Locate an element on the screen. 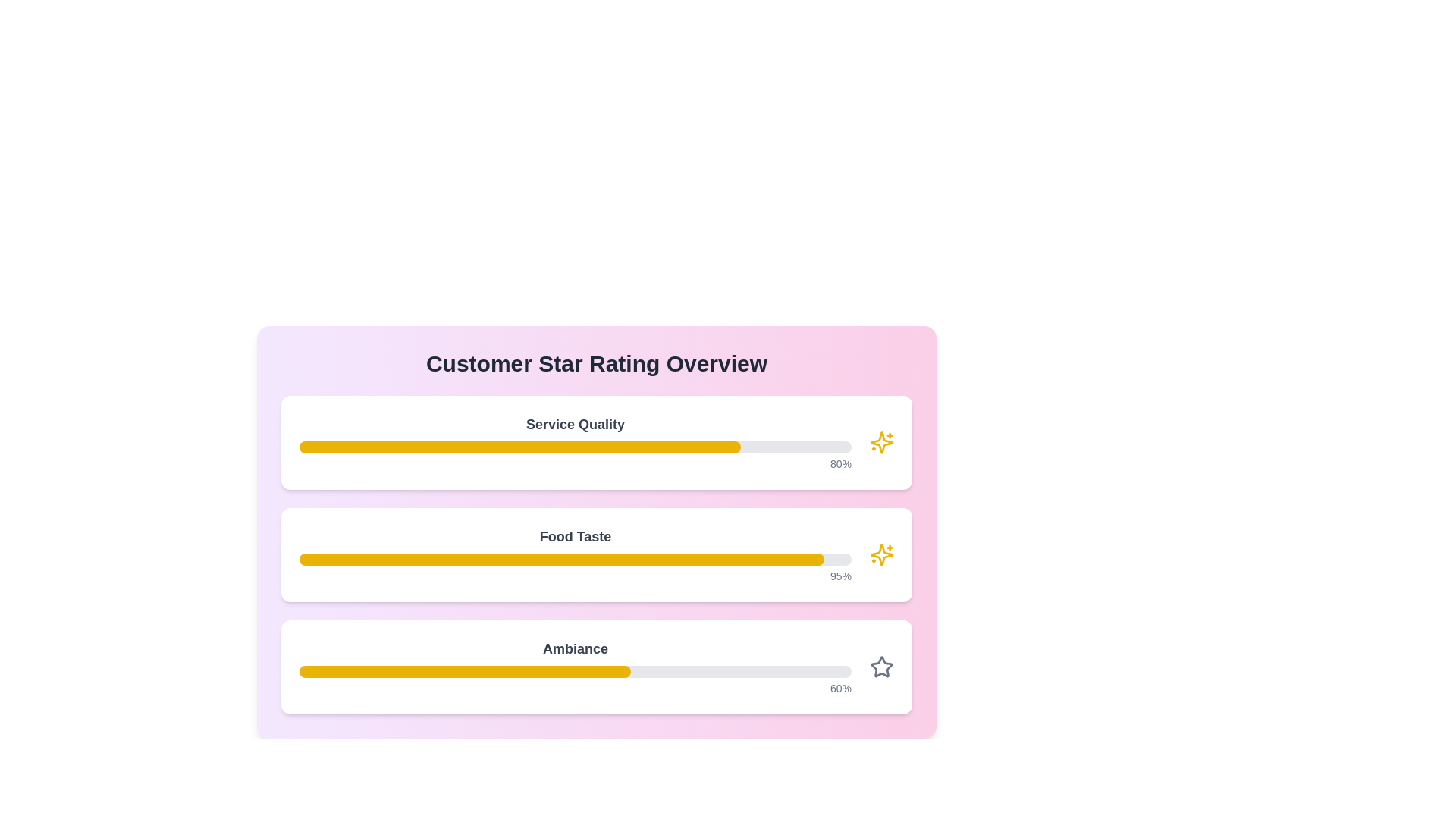 The width and height of the screenshot is (1456, 819). the 'Ambiance' progress bar which shows 60% completion and is located on the third row of the progress bar section is located at coordinates (574, 666).